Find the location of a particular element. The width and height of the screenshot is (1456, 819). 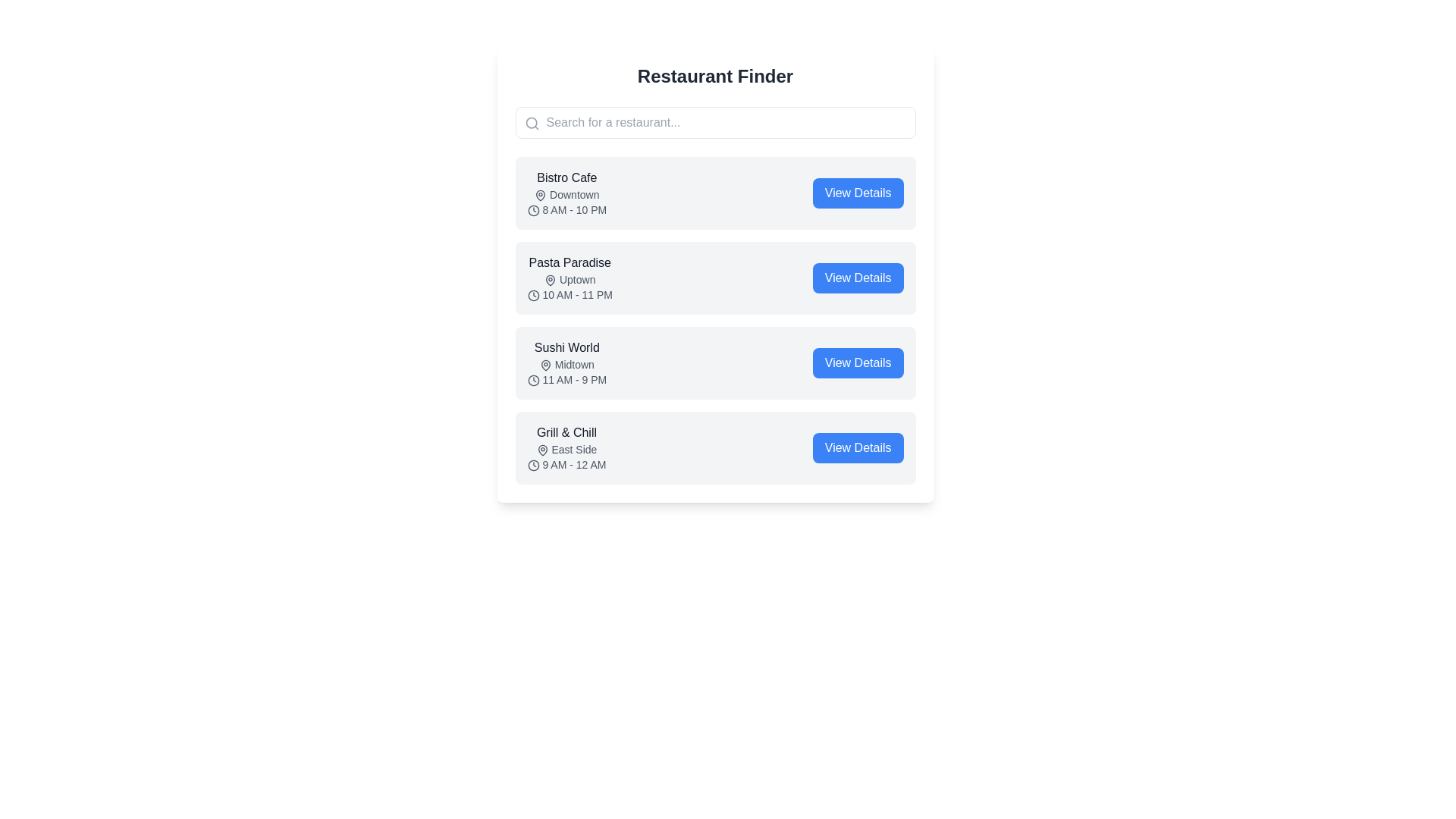

text '11 AM - 9 PM' displayed next to the clock icon in the 'Sushi World' restaurant card, which is located beneath the 'Midtown' text is located at coordinates (566, 379).